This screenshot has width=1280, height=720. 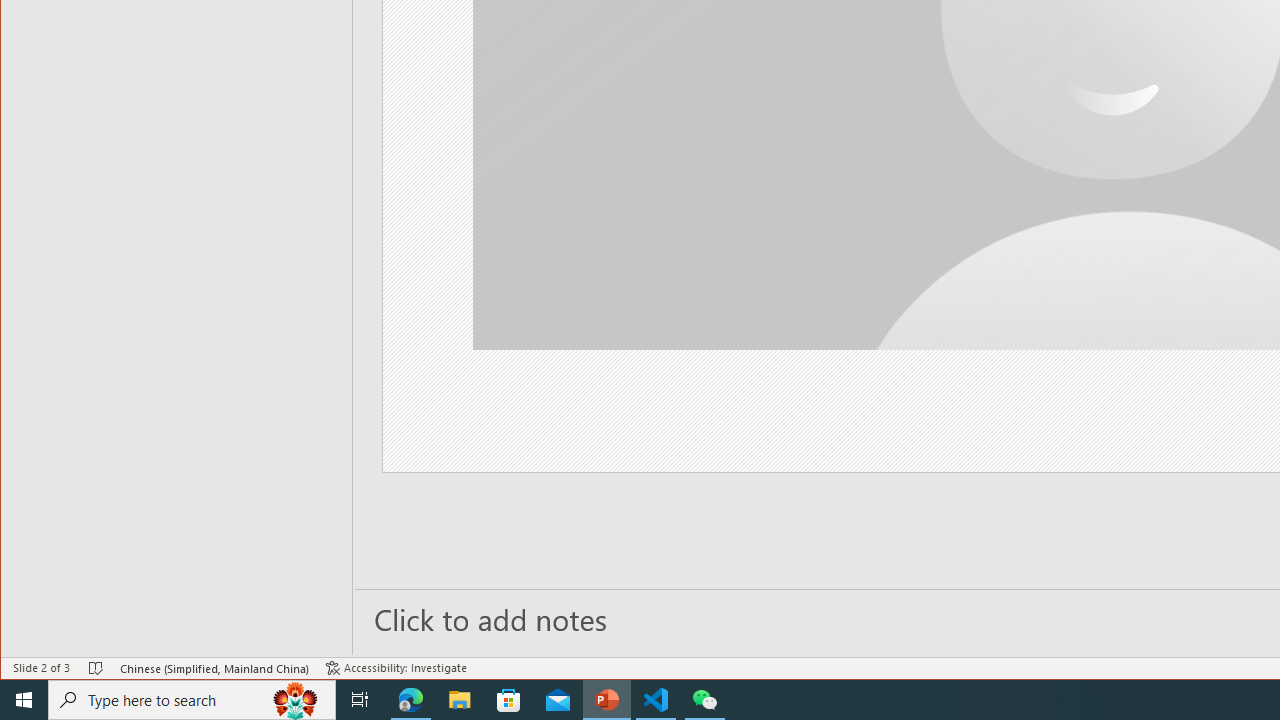 What do you see at coordinates (606, 698) in the screenshot?
I see `'PowerPoint - 1 running window'` at bounding box center [606, 698].